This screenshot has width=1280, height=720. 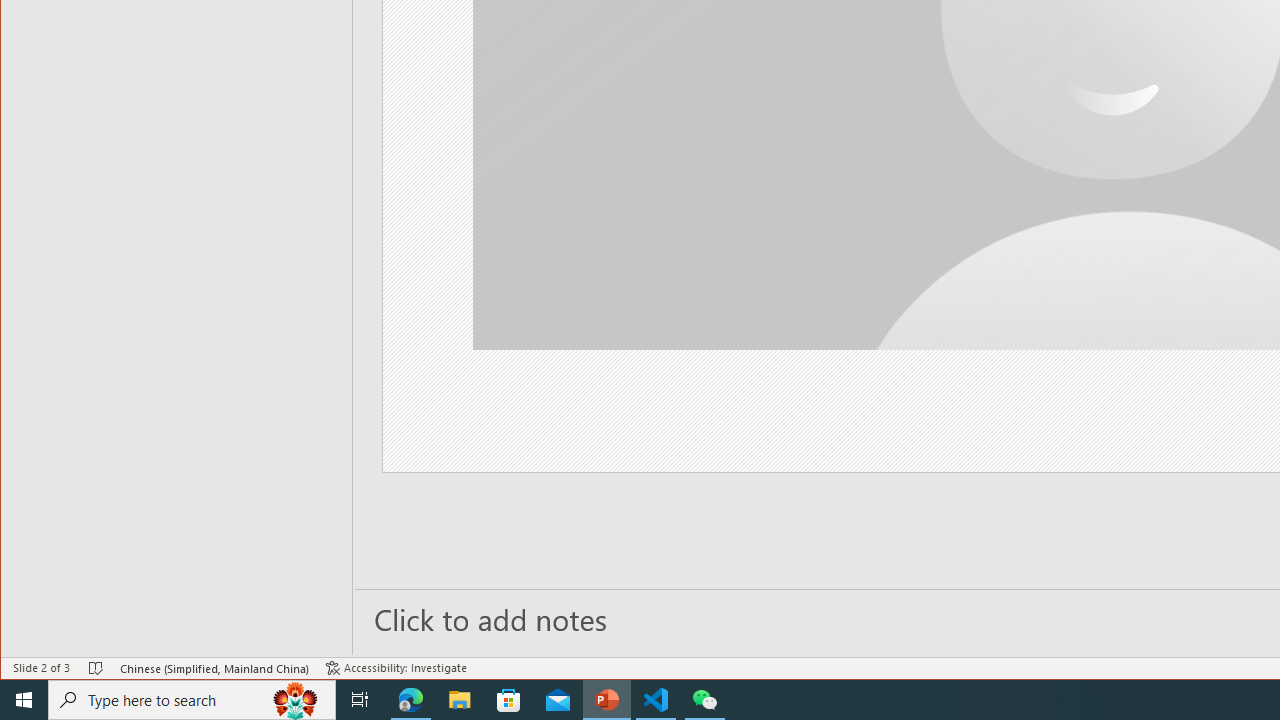 What do you see at coordinates (606, 698) in the screenshot?
I see `'PowerPoint - 1 running window'` at bounding box center [606, 698].